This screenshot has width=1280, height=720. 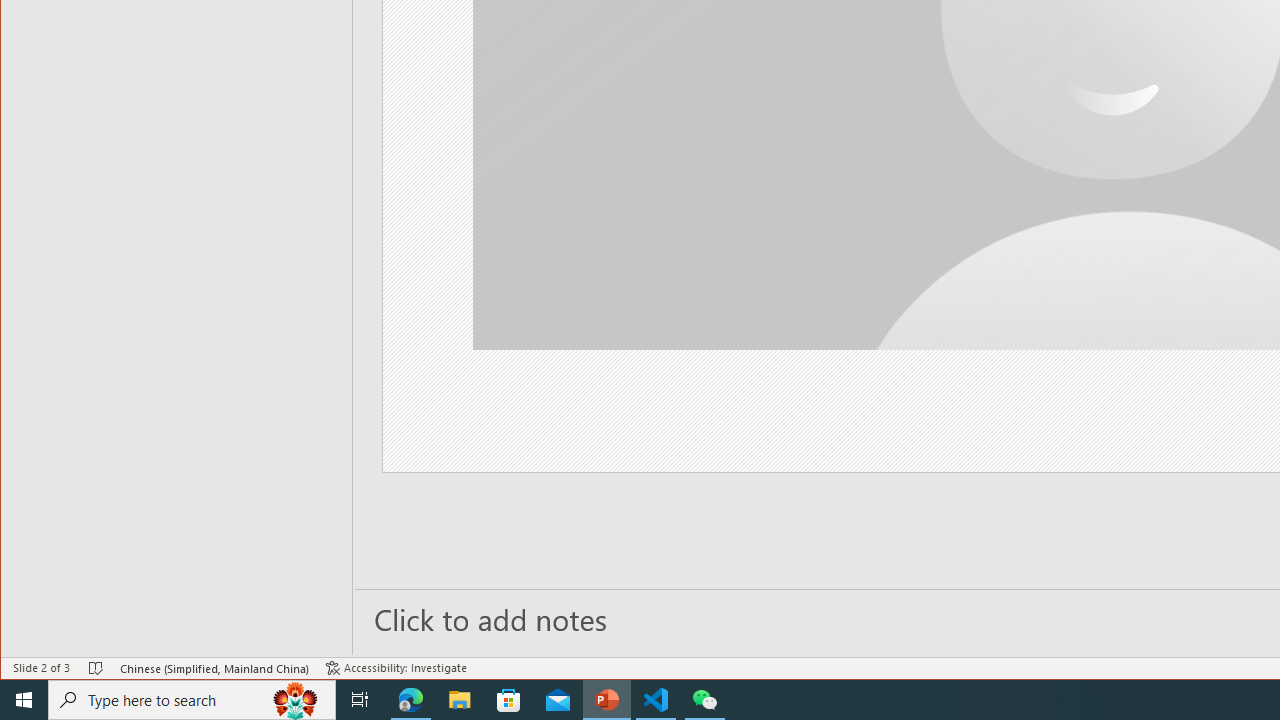 What do you see at coordinates (606, 698) in the screenshot?
I see `'PowerPoint - 1 running window'` at bounding box center [606, 698].